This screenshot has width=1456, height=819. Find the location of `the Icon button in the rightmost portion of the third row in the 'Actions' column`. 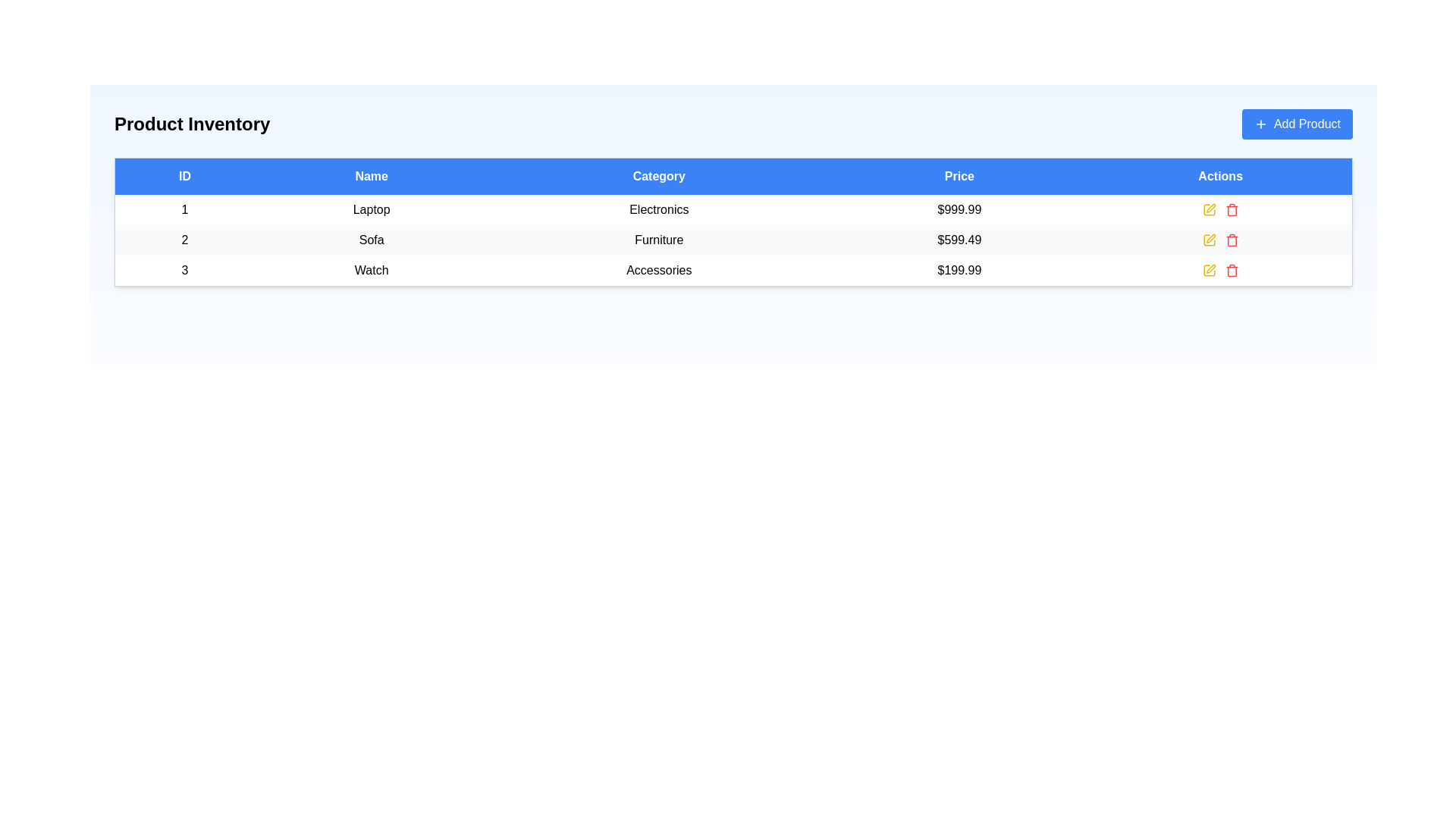

the Icon button in the rightmost portion of the third row in the 'Actions' column is located at coordinates (1210, 268).